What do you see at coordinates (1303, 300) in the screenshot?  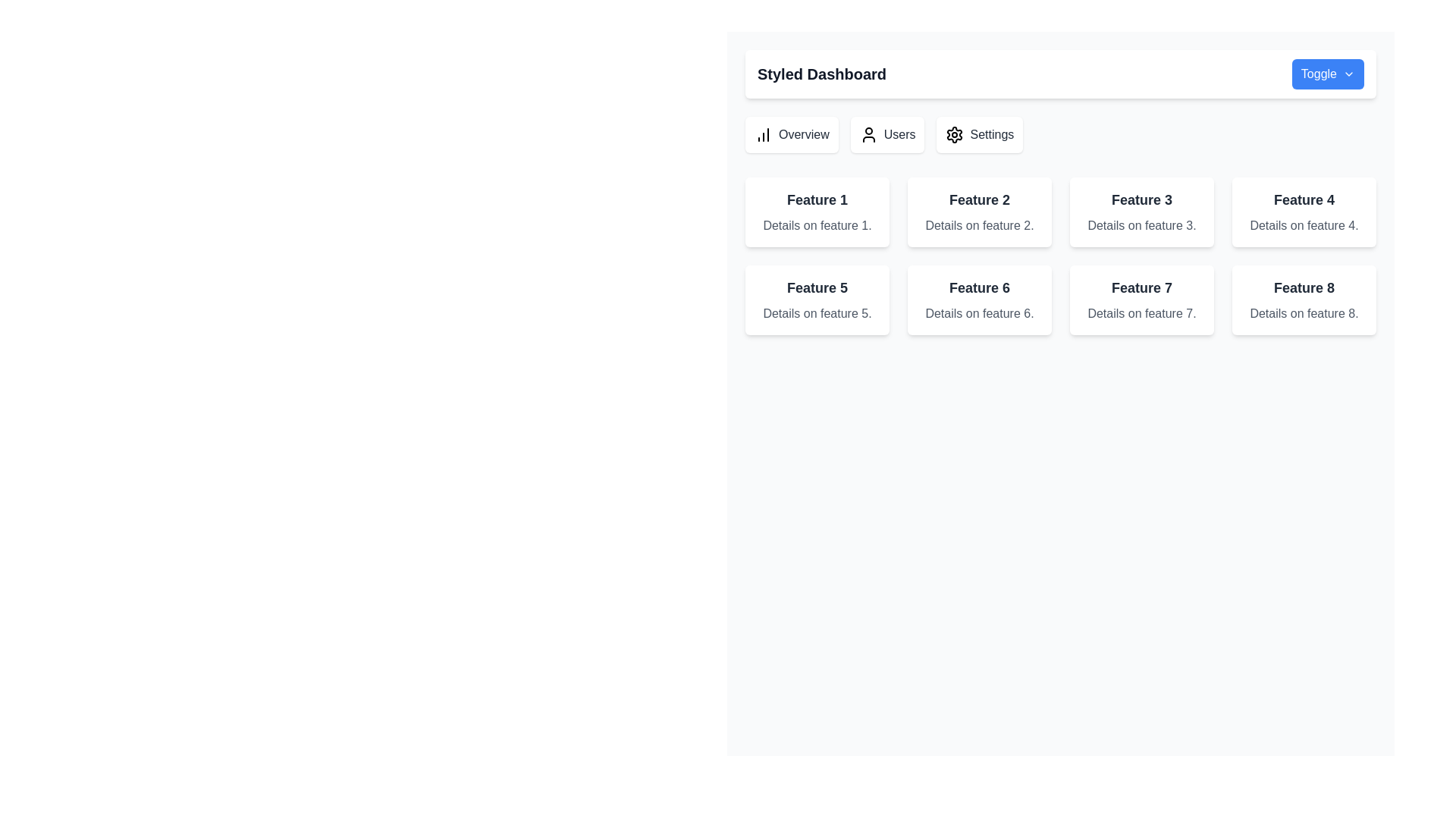 I see `the 'Feature 8' informational card located in the bottom-right corner of the grid layout, which has a white background and contains text in bold and lighter gray colors` at bounding box center [1303, 300].